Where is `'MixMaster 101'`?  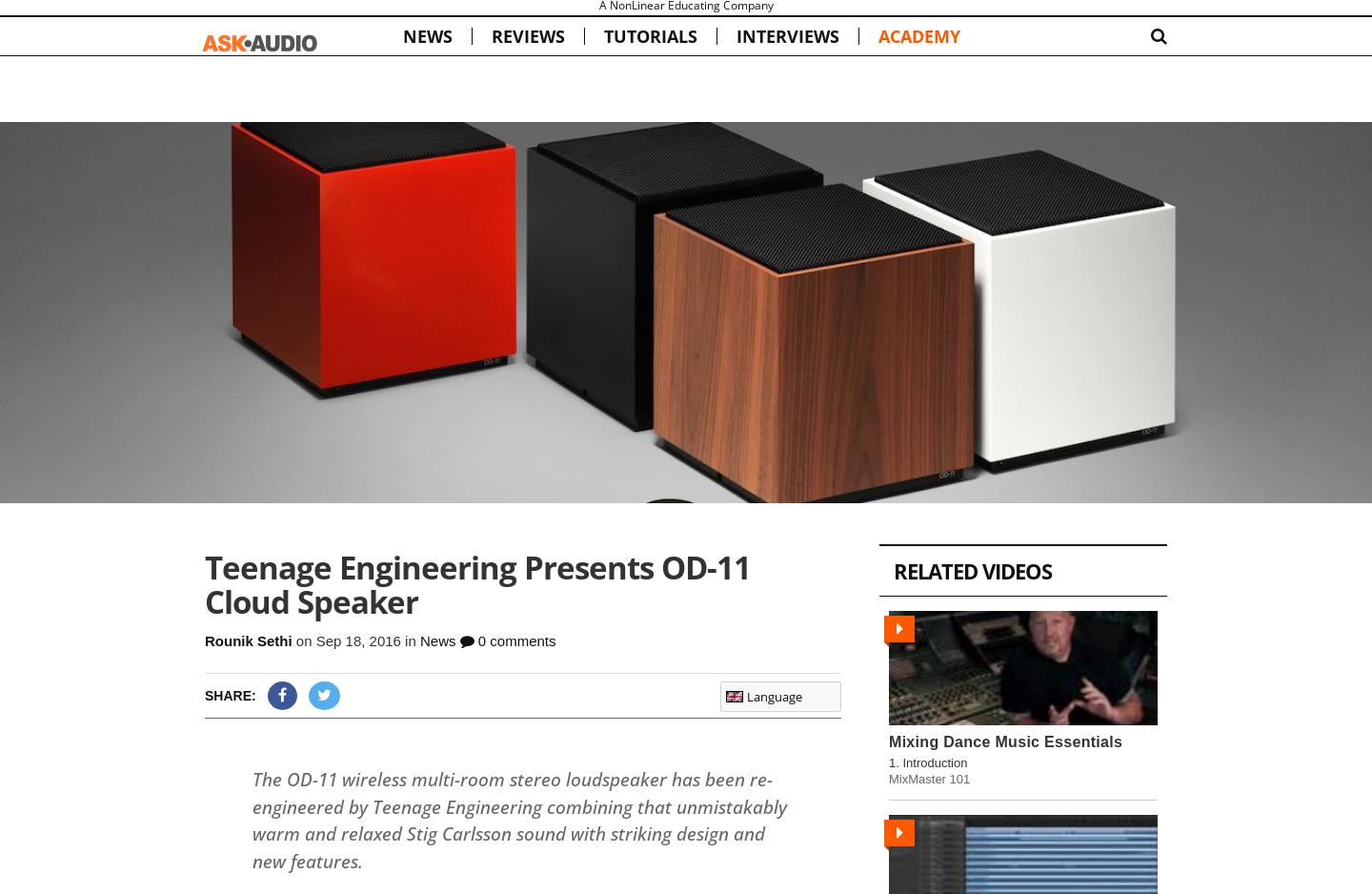
'MixMaster 101' is located at coordinates (928, 778).